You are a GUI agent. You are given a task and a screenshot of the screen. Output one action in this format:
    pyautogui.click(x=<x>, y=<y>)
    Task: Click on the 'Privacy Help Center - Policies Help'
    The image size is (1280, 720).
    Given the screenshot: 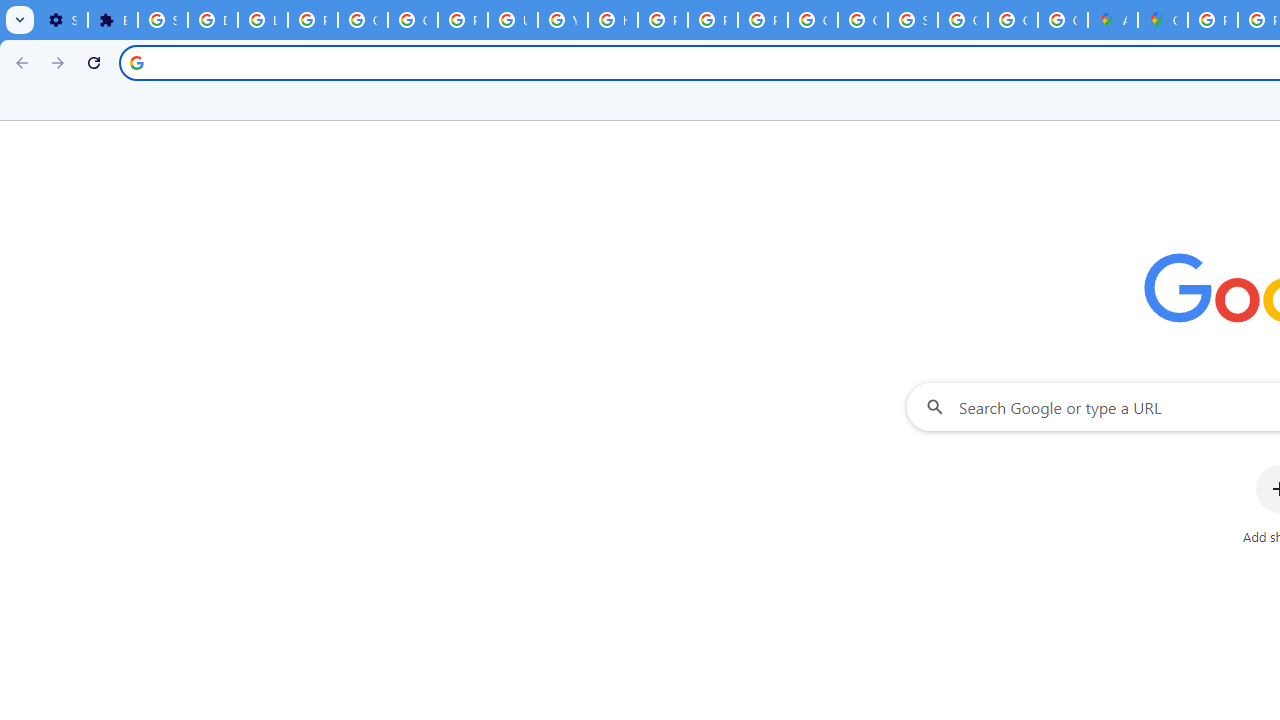 What is the action you would take?
    pyautogui.click(x=663, y=20)
    